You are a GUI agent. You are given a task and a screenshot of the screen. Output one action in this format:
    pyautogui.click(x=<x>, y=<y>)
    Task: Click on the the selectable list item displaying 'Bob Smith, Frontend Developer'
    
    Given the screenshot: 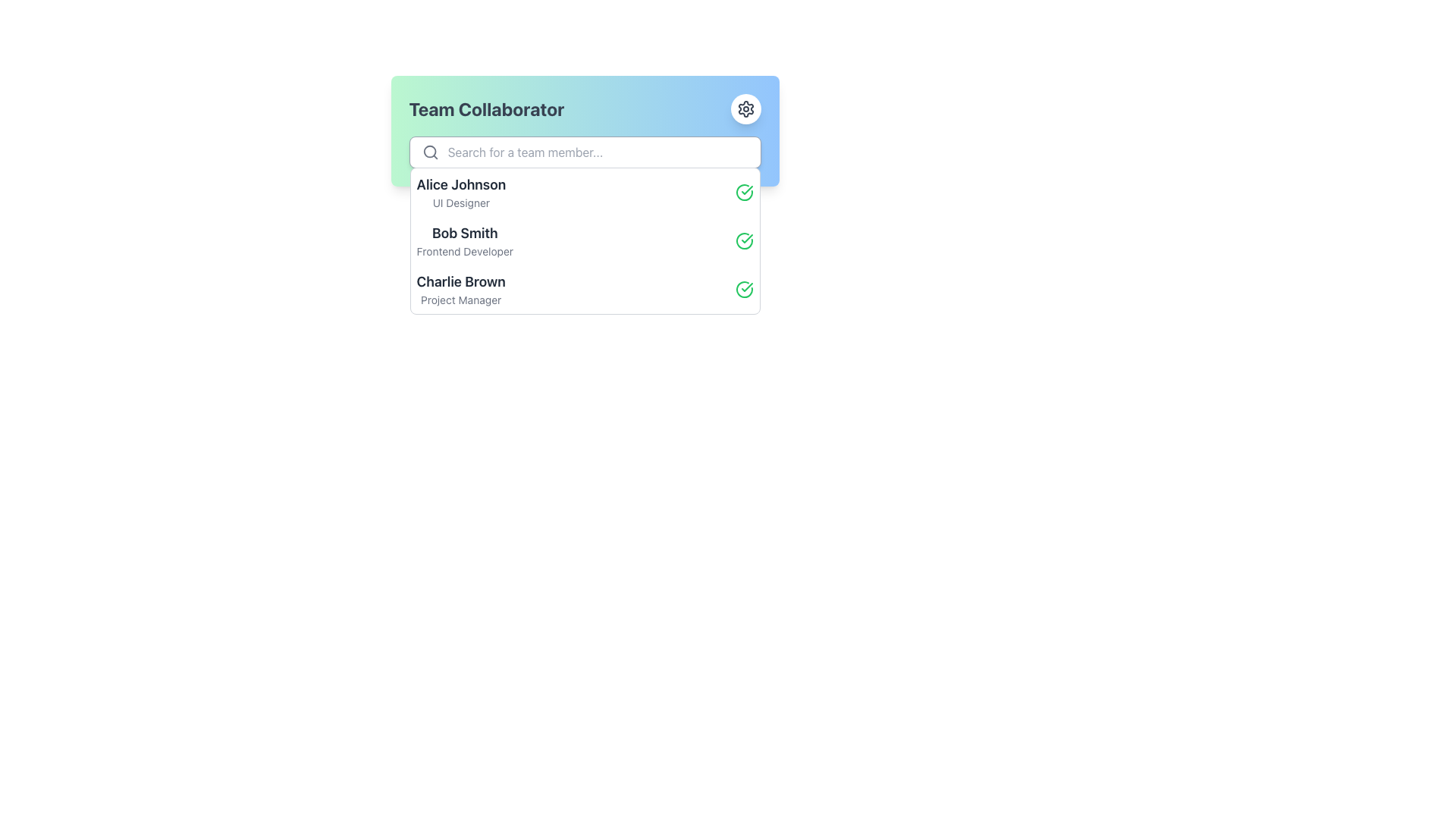 What is the action you would take?
    pyautogui.click(x=584, y=240)
    